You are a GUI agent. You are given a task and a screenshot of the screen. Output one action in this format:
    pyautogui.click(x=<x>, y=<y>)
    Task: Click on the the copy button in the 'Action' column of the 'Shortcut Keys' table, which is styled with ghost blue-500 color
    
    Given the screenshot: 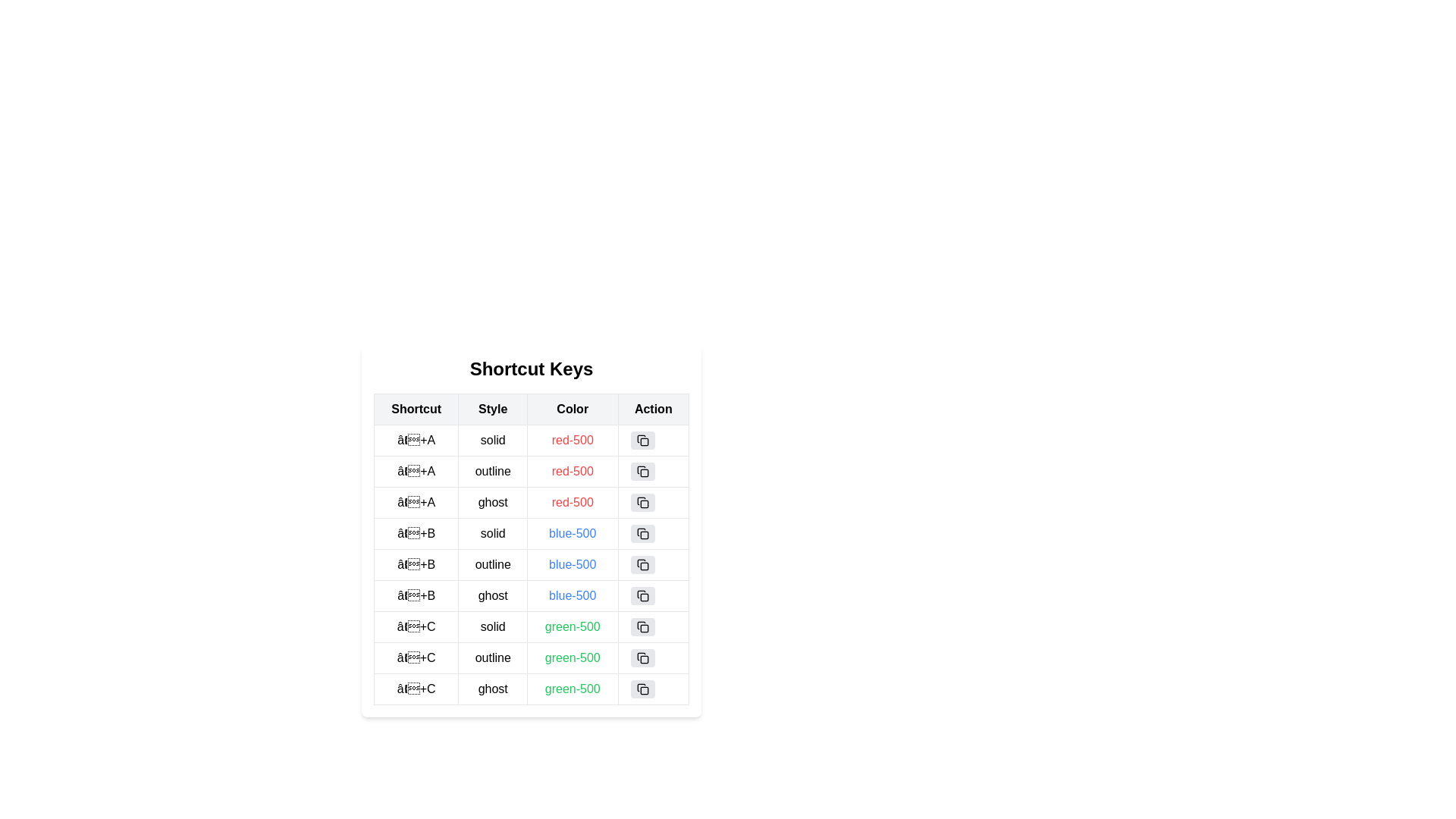 What is the action you would take?
    pyautogui.click(x=641, y=593)
    